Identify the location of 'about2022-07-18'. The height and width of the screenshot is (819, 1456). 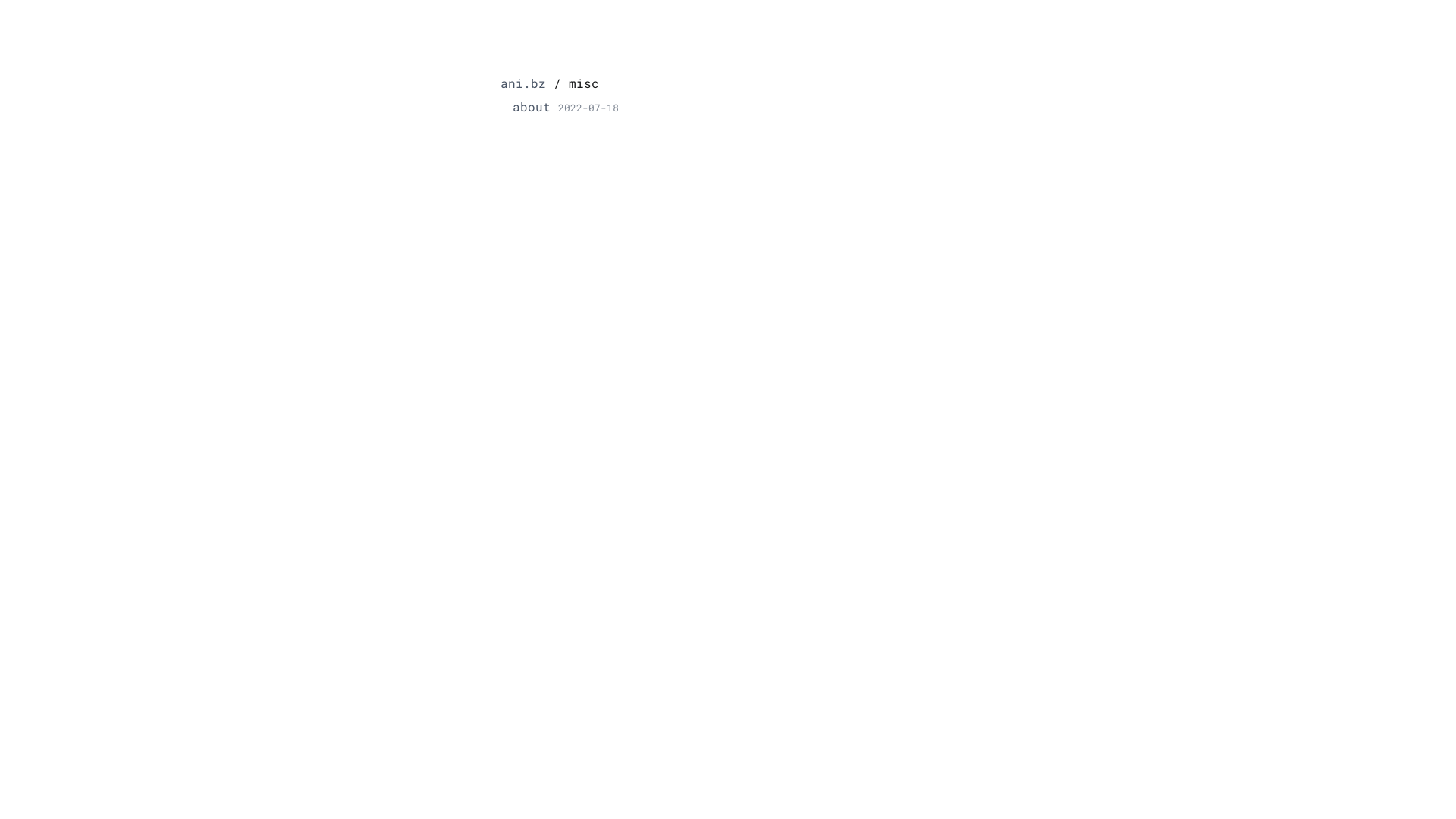
(564, 106).